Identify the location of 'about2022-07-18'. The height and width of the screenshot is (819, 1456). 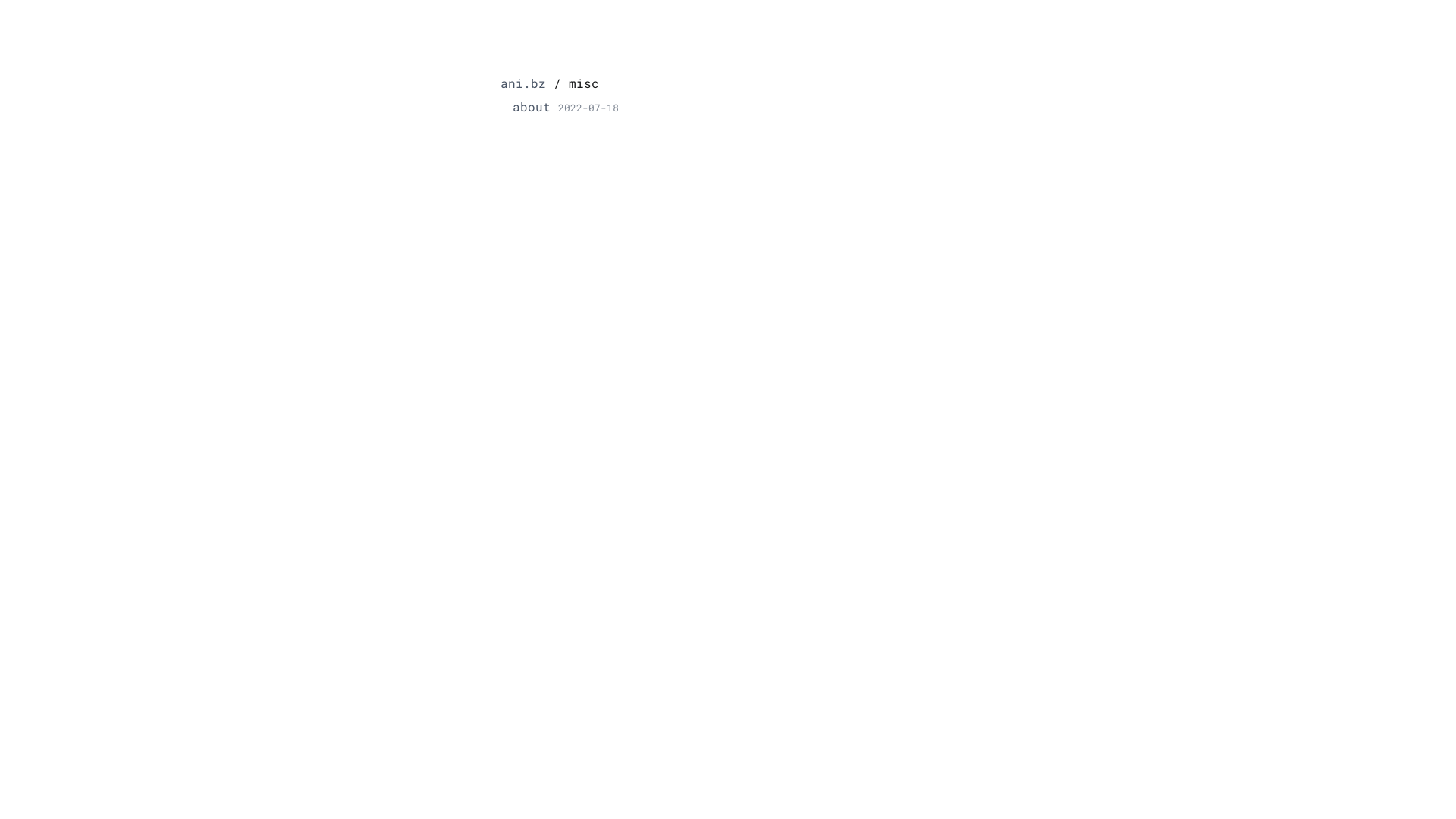
(564, 106).